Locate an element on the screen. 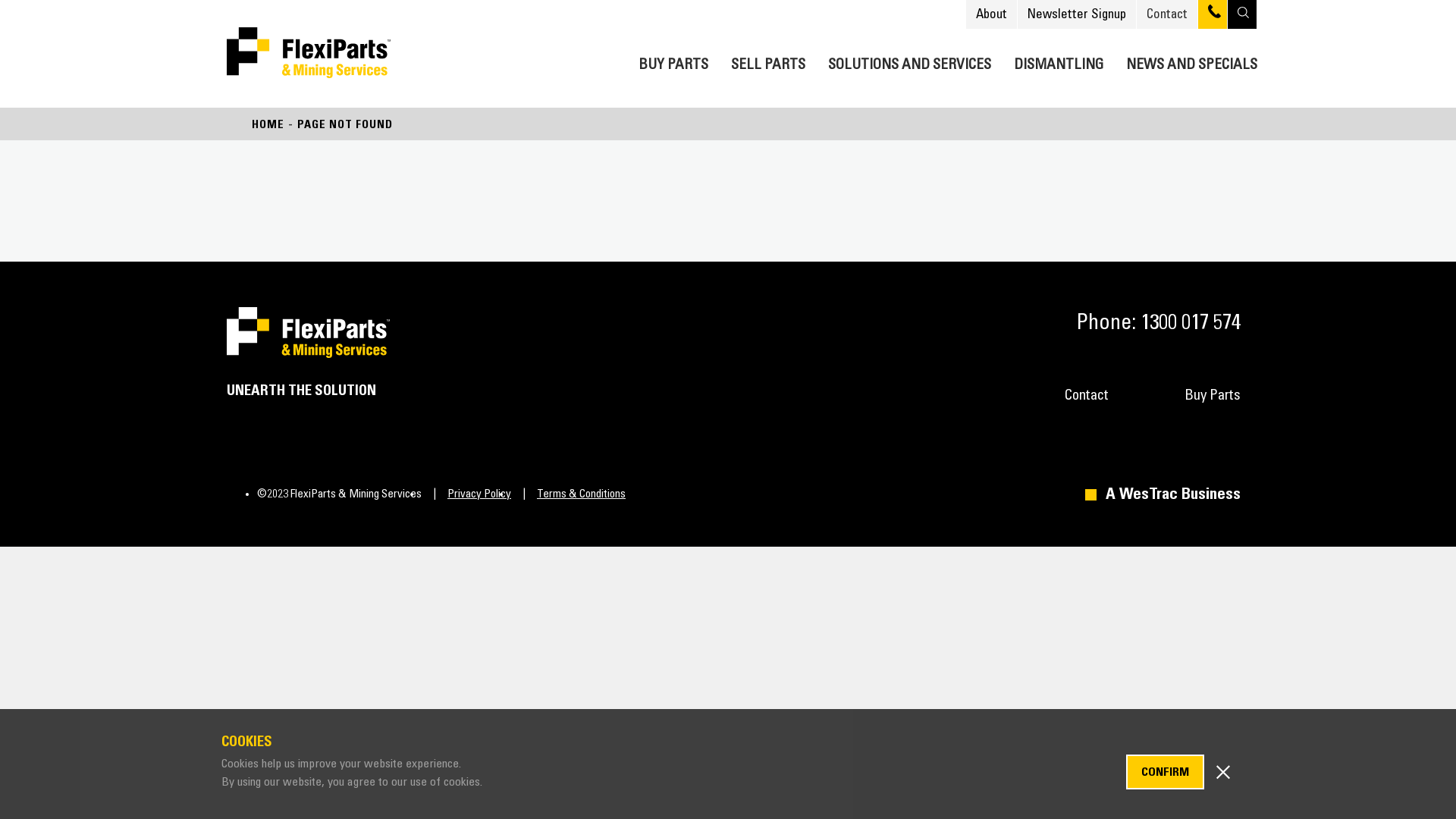  'Buy Parts' is located at coordinates (1211, 394).